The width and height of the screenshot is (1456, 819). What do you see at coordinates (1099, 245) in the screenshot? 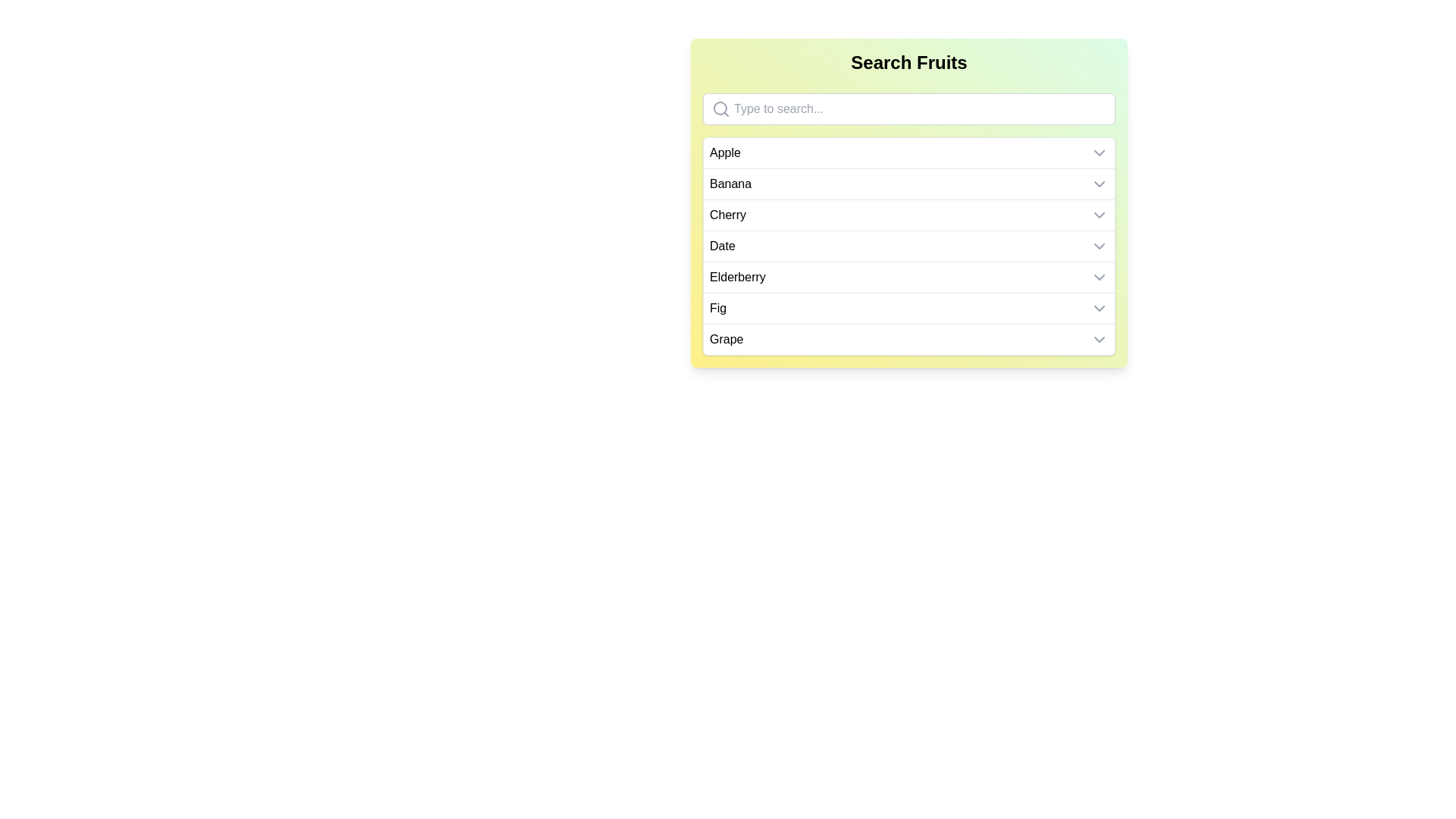
I see `the Dropdown toggle icon located on the far right side of the 'Date' row` at bounding box center [1099, 245].